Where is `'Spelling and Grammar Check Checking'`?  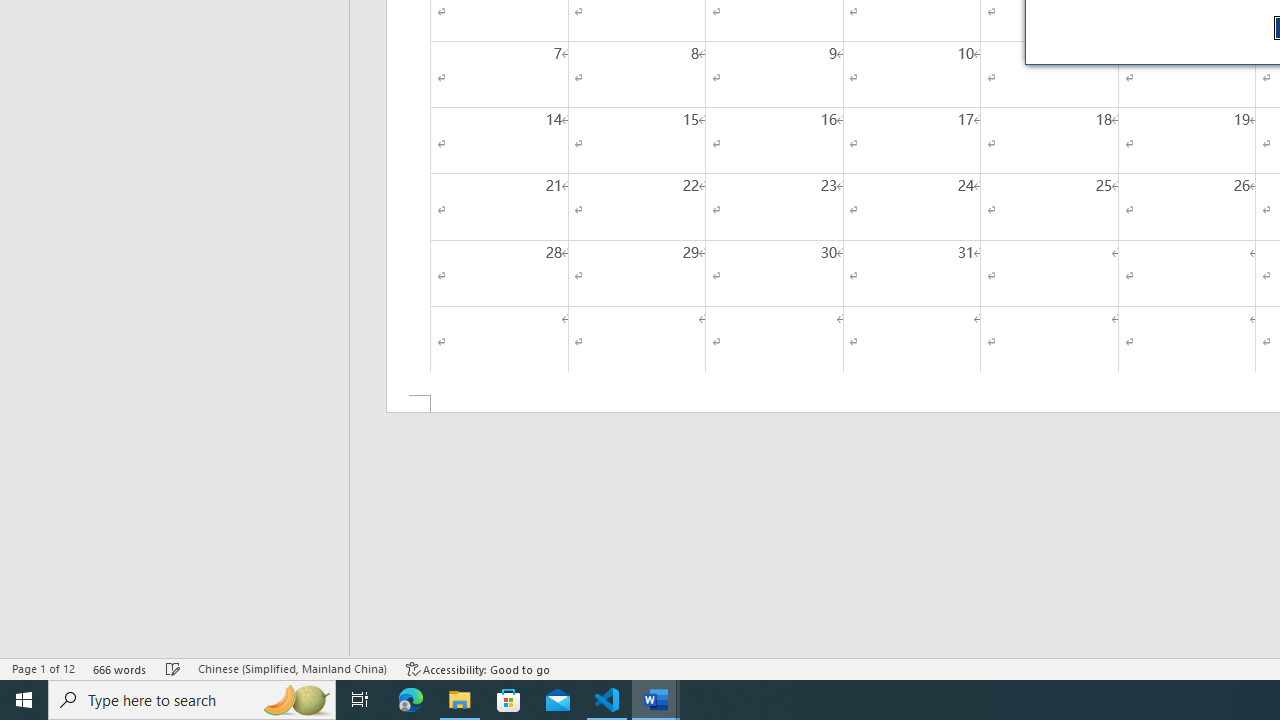
'Spelling and Grammar Check Checking' is located at coordinates (173, 669).